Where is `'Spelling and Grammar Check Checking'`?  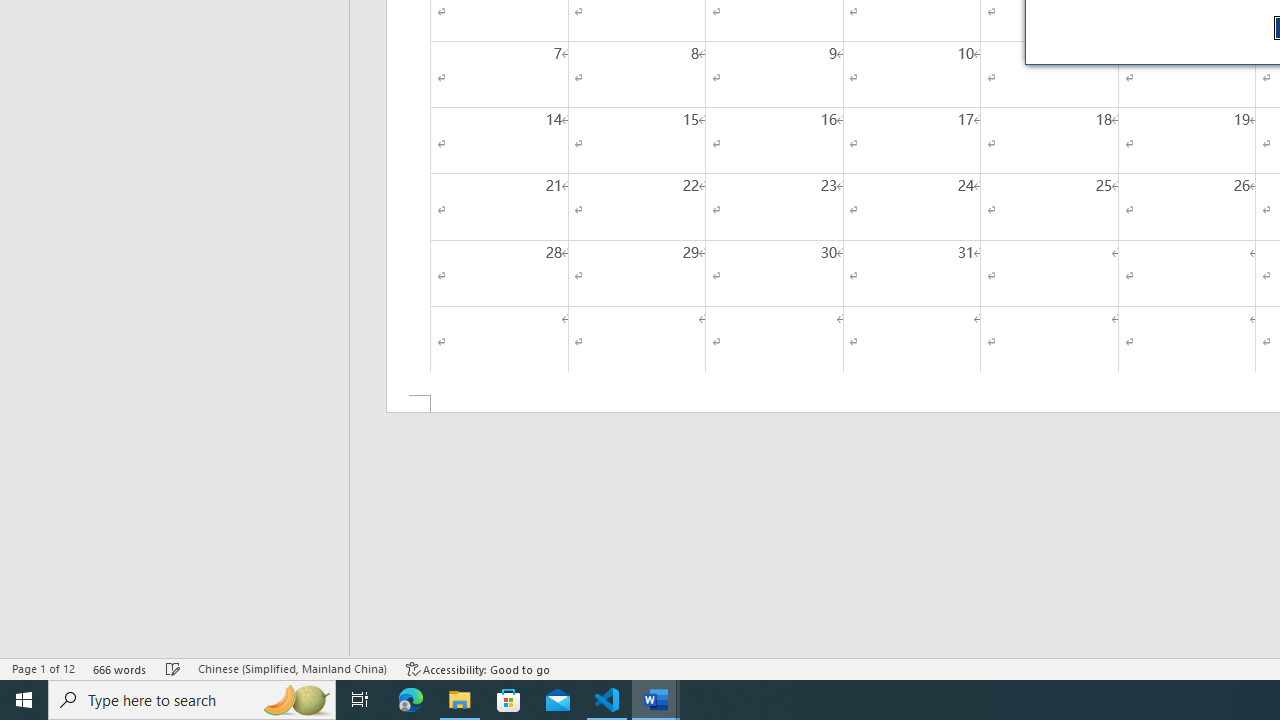
'Spelling and Grammar Check Checking' is located at coordinates (173, 669).